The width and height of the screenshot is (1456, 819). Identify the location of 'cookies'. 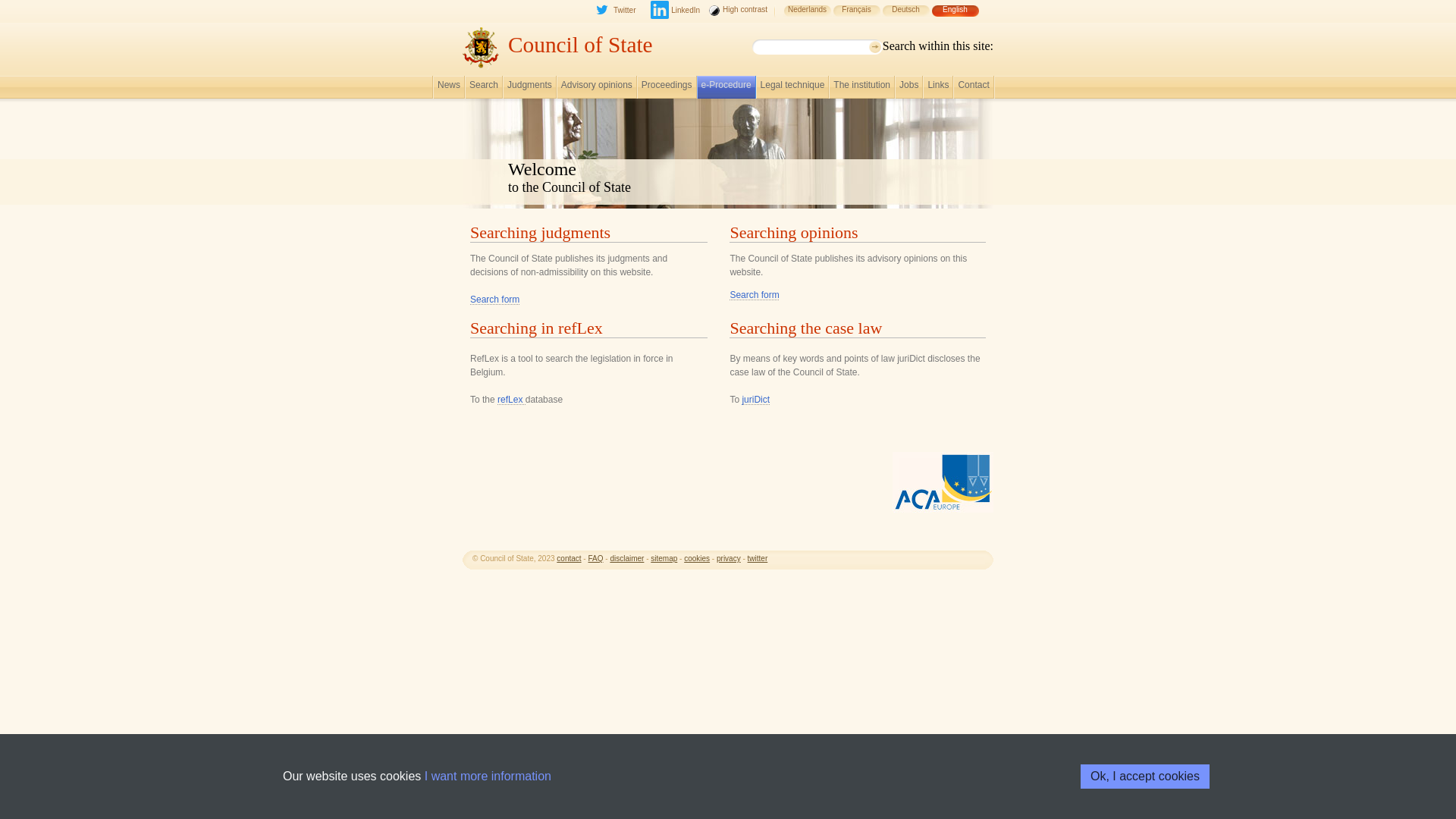
(695, 558).